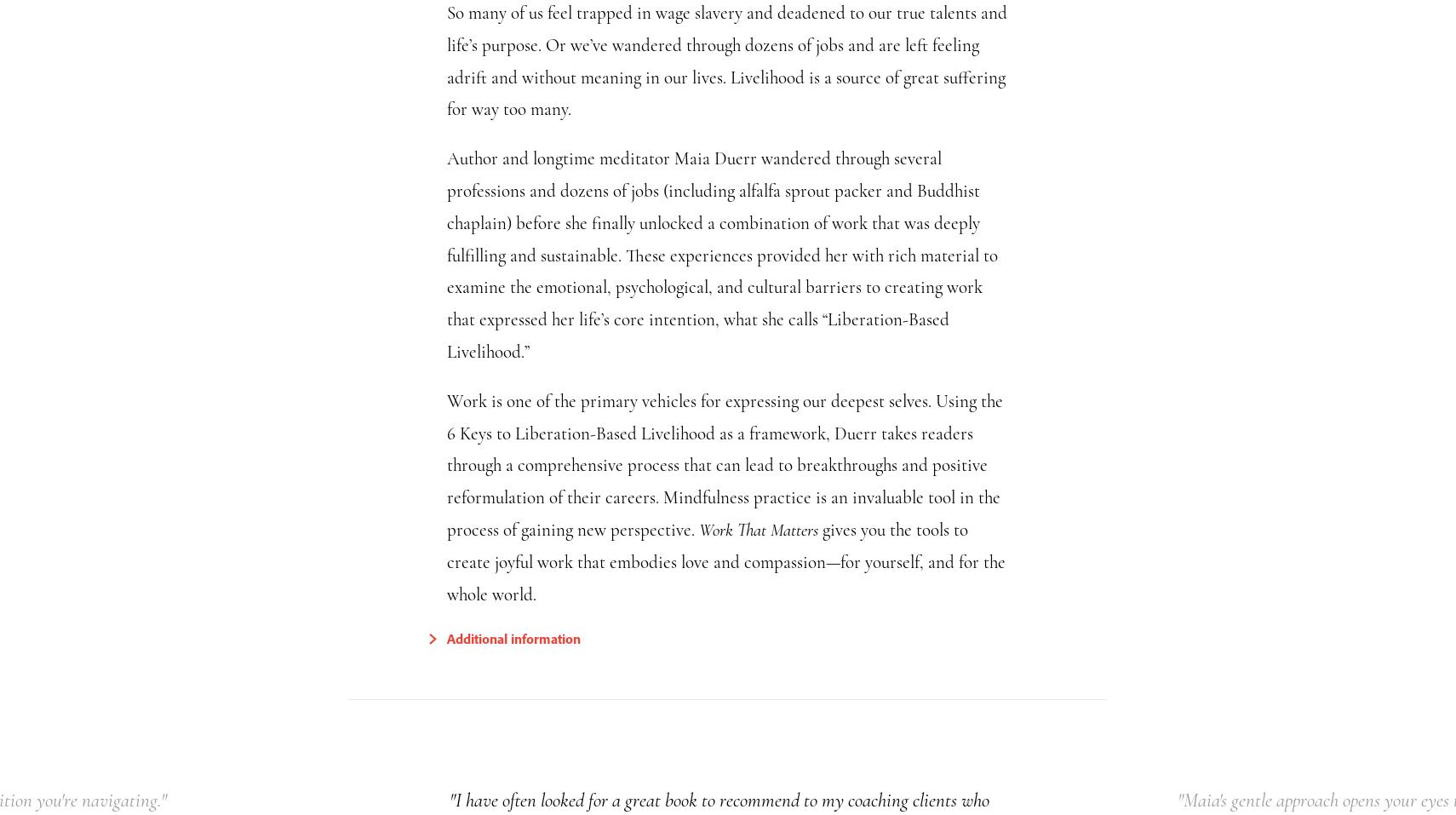  I want to click on 'We have cookies! We use them to analyse our website traffic and provide email and social media features.', so click(1321, 771).